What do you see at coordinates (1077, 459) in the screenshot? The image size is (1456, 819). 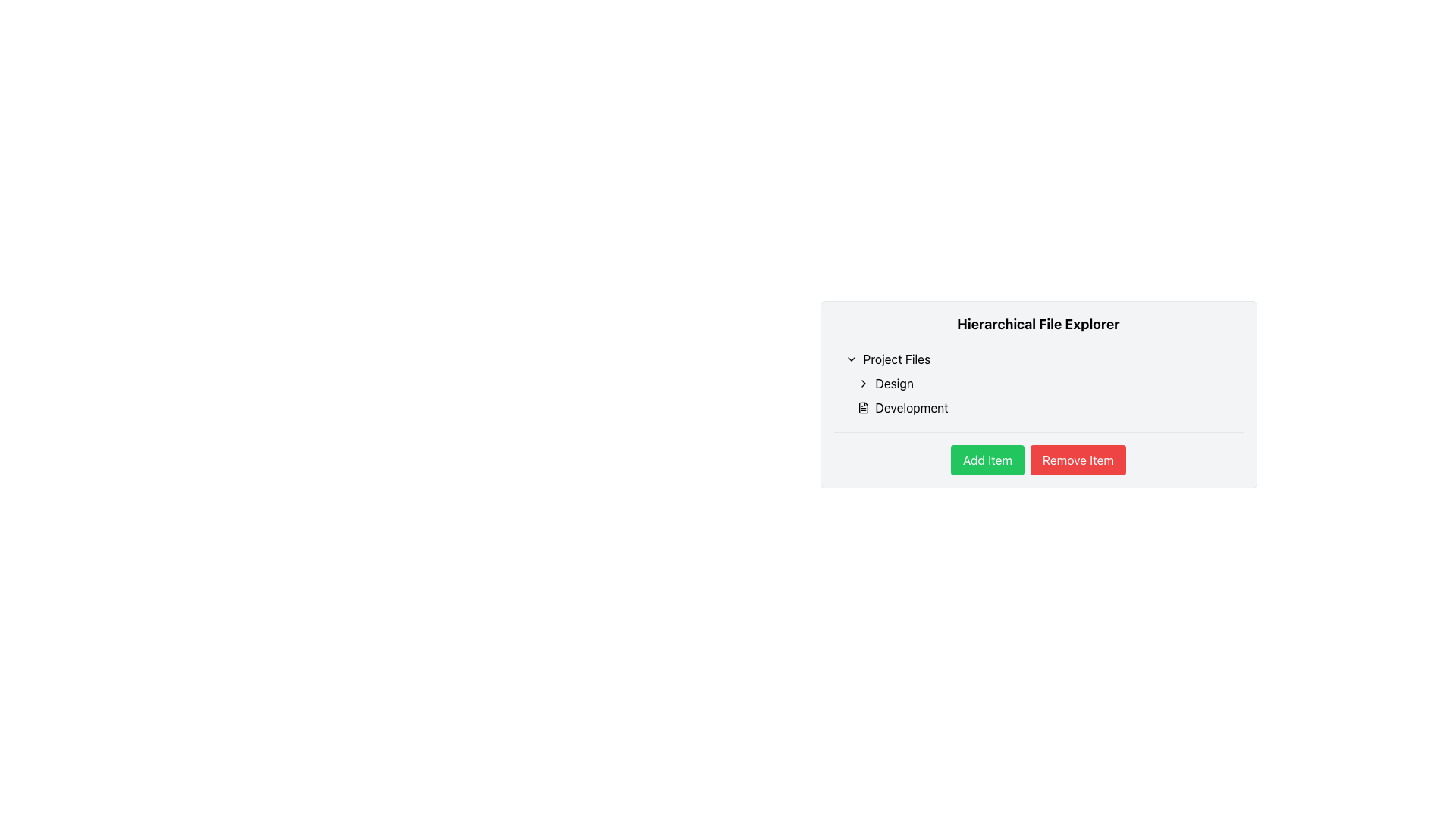 I see `the red 'Remove Item' button, which is the second button located directly to the right of the green 'Add Item' button, to change its visual state` at bounding box center [1077, 459].